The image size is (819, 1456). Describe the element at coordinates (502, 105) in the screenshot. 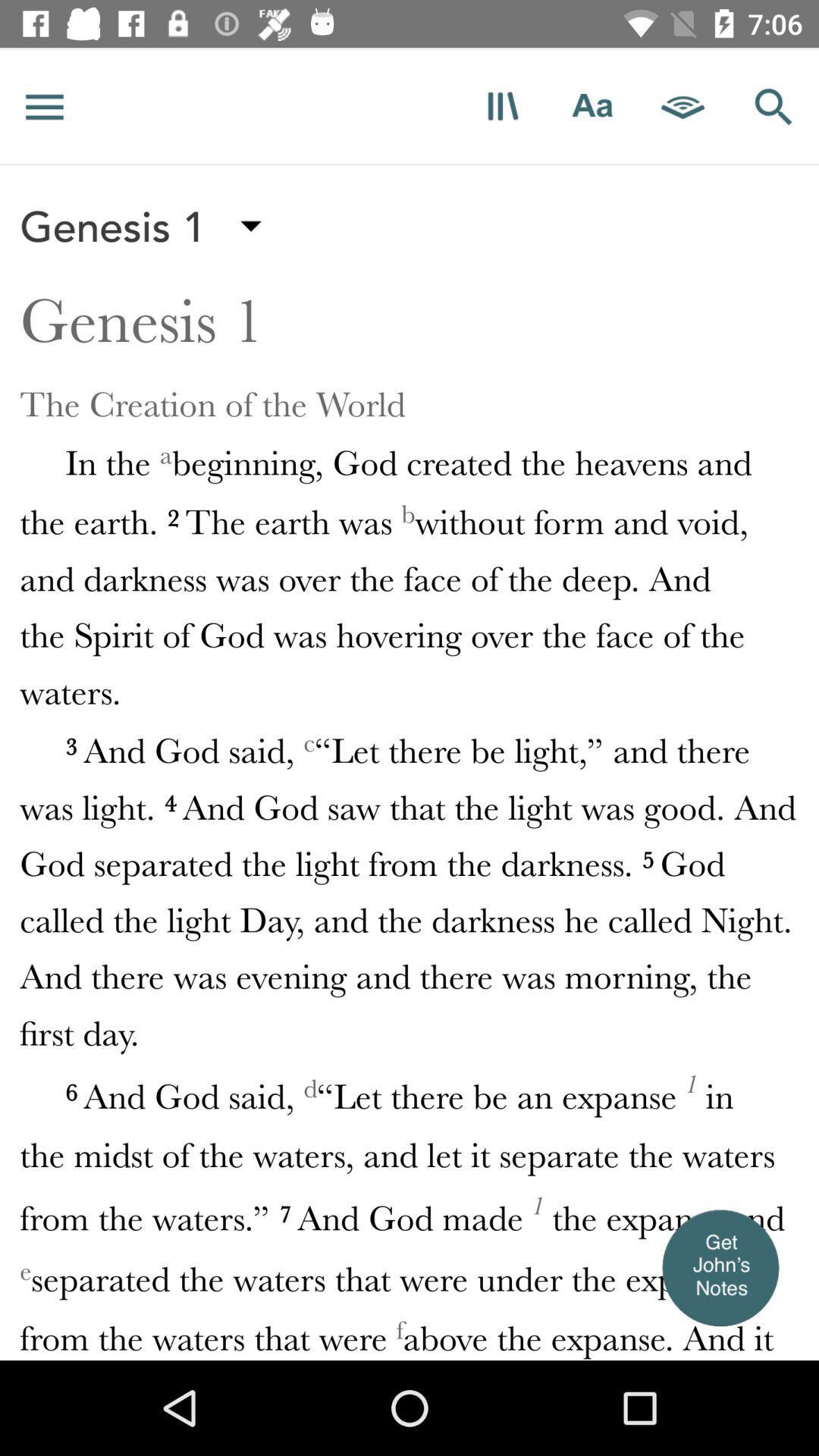

I see `the study bible` at that location.